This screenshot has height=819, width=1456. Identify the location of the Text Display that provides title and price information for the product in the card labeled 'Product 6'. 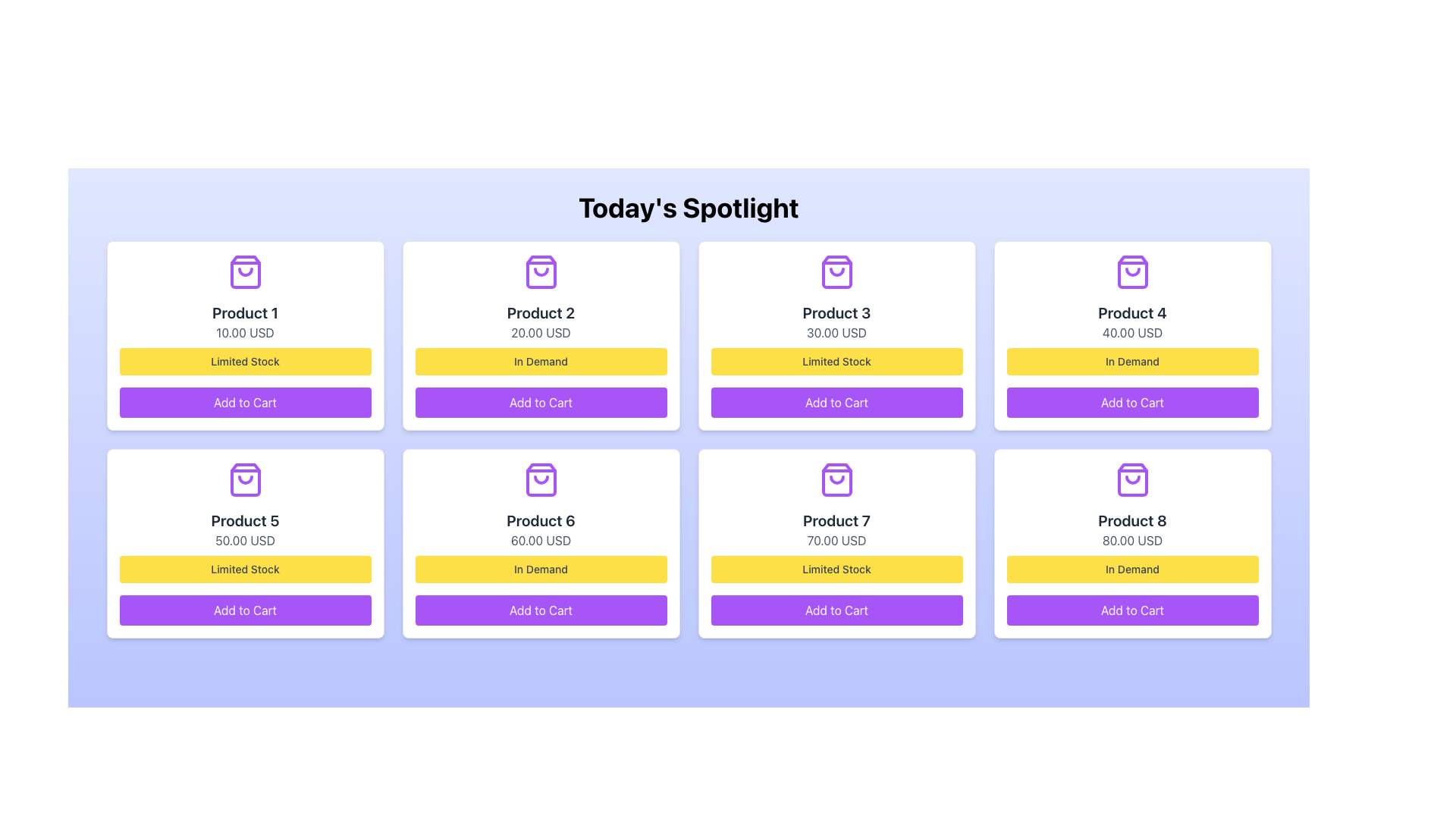
(541, 529).